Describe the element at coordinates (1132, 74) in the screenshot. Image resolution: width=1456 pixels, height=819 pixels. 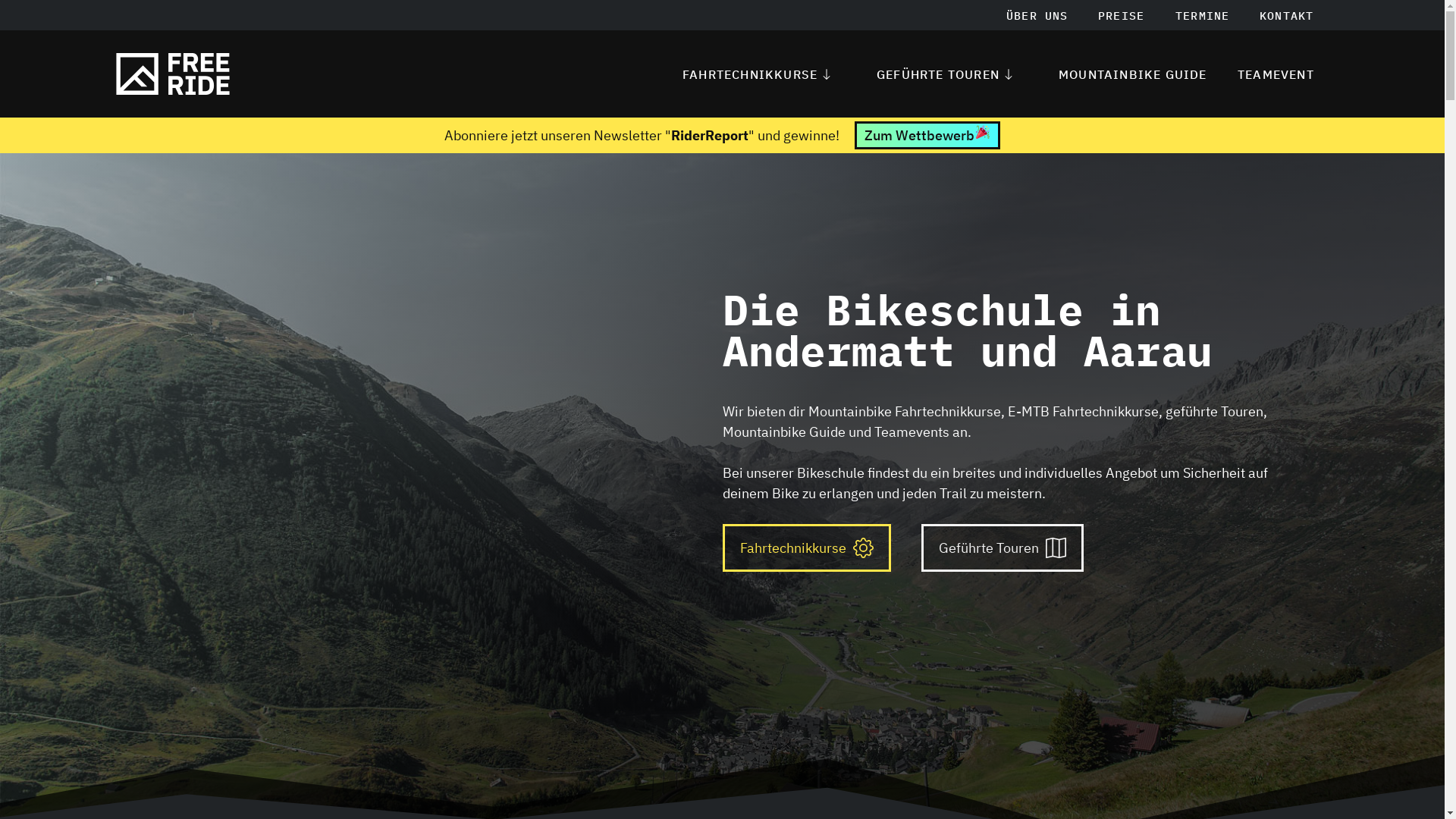
I see `'MOUNTAINBIKE GUIDE'` at that location.